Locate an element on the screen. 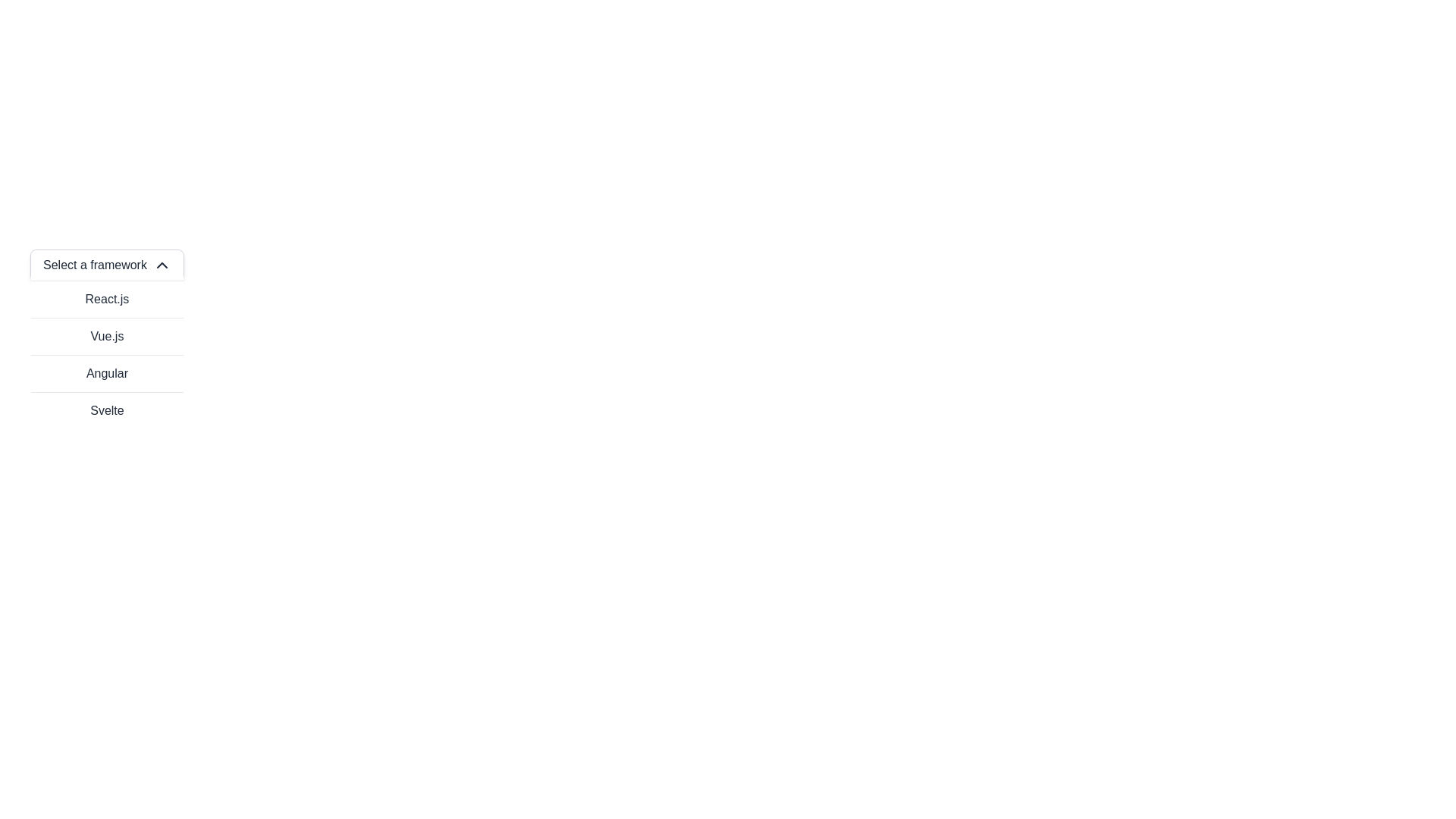 The image size is (1456, 819). the 'Vue.js' dropdown menu item is located at coordinates (106, 335).